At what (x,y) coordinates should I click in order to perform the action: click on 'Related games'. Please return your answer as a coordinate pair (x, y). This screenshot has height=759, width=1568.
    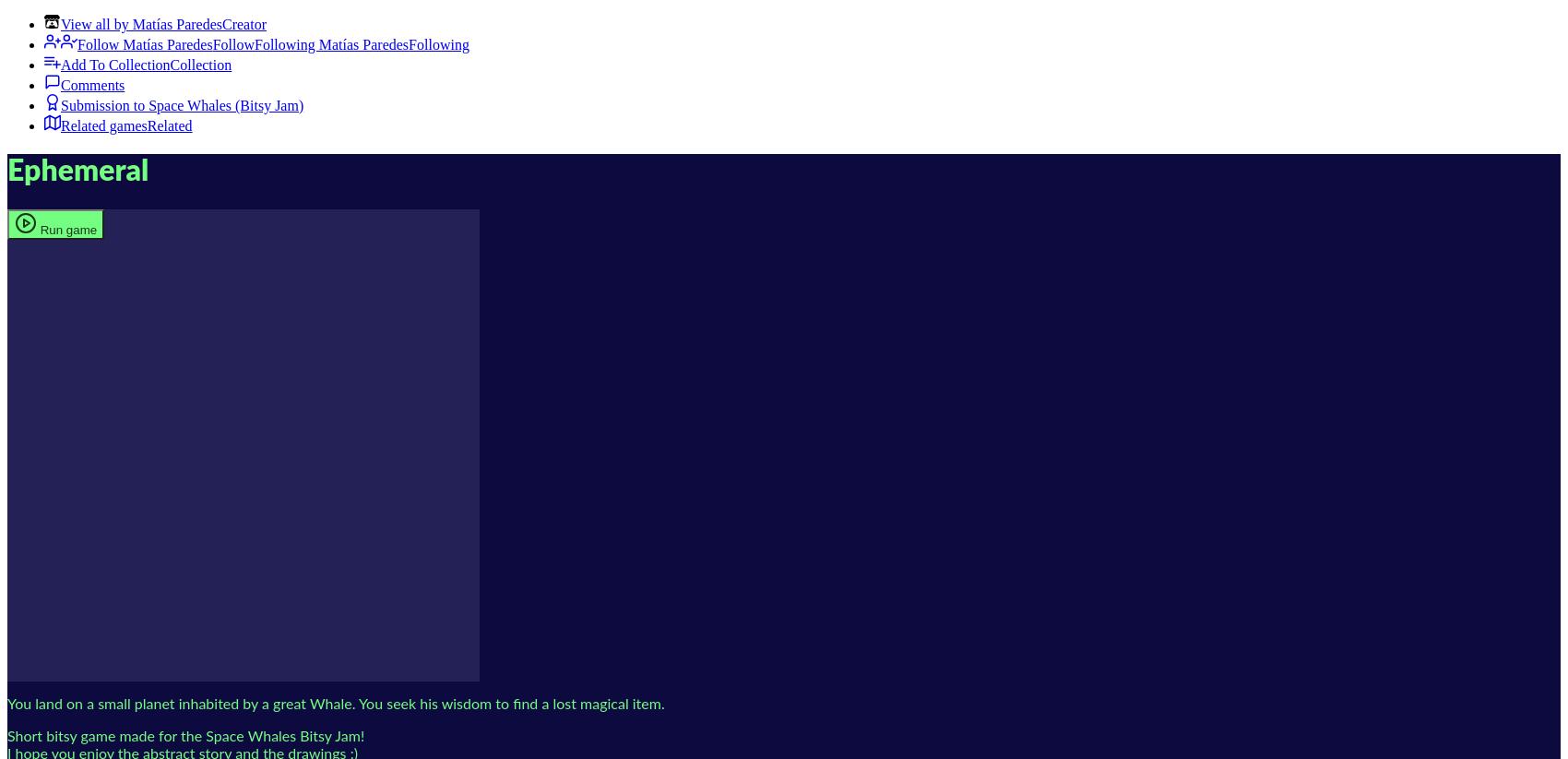
    Looking at the image, I should click on (102, 125).